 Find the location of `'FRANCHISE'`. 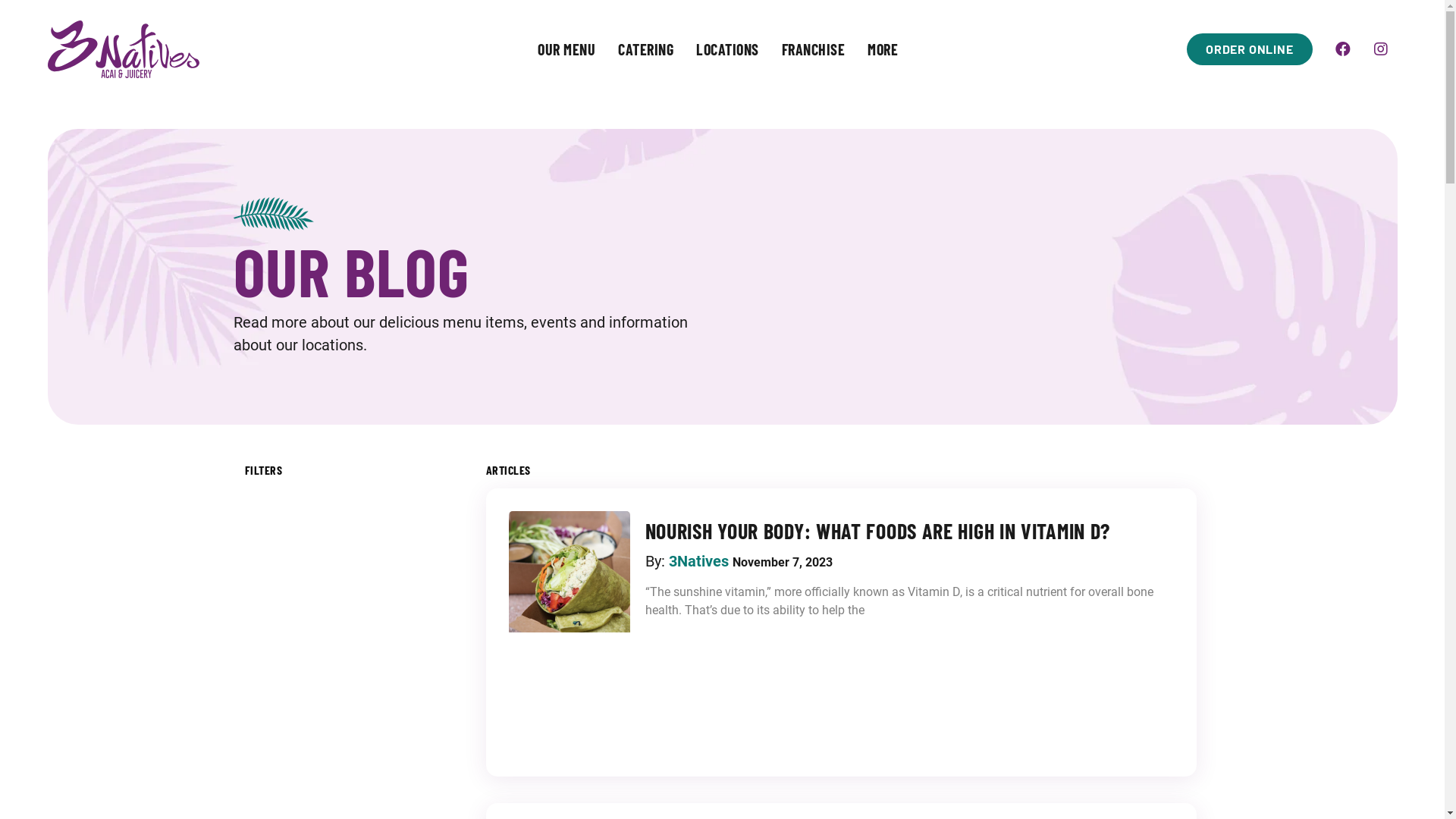

'FRANCHISE' is located at coordinates (813, 49).